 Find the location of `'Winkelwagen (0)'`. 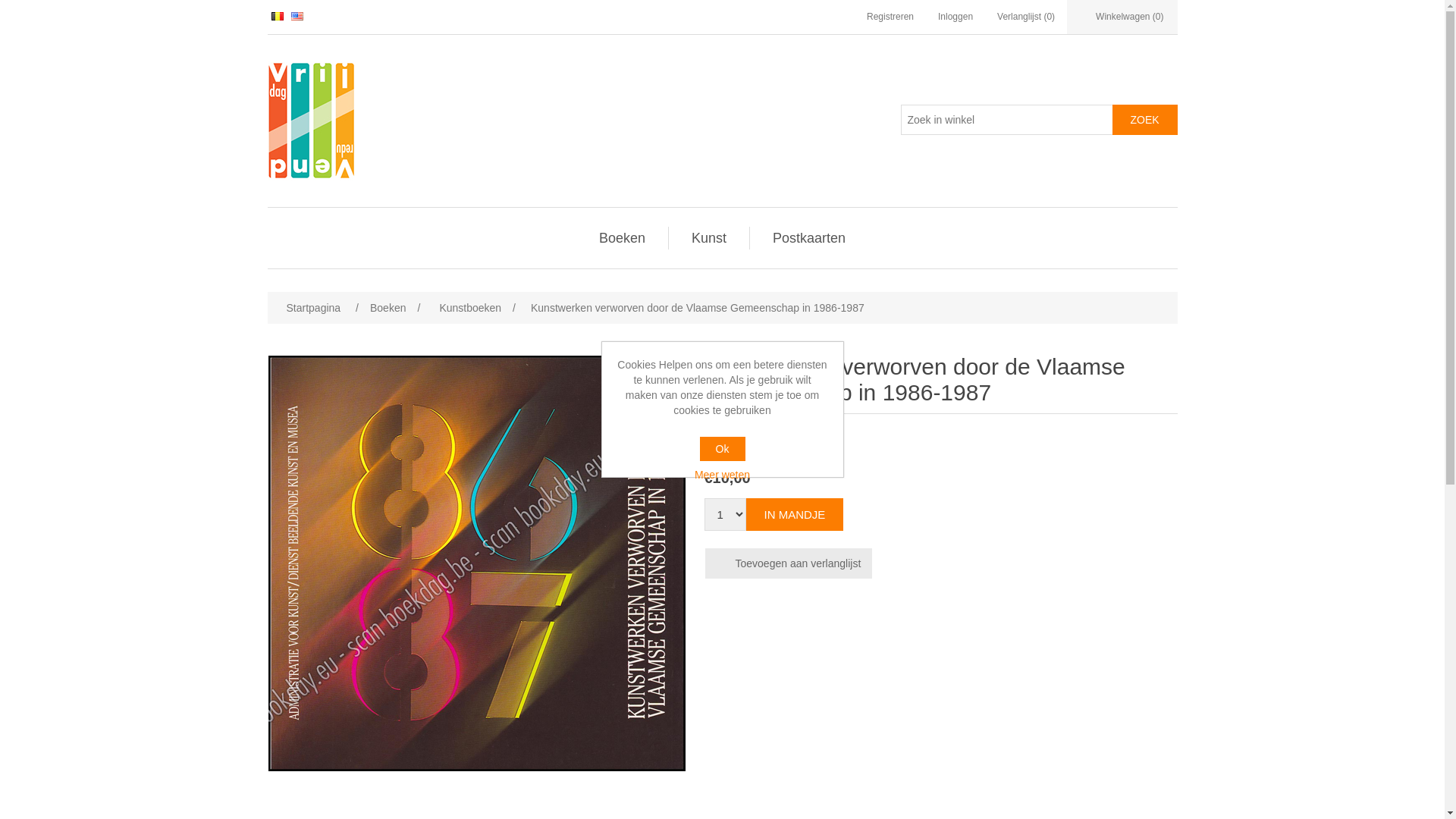

'Winkelwagen (0)' is located at coordinates (1122, 17).